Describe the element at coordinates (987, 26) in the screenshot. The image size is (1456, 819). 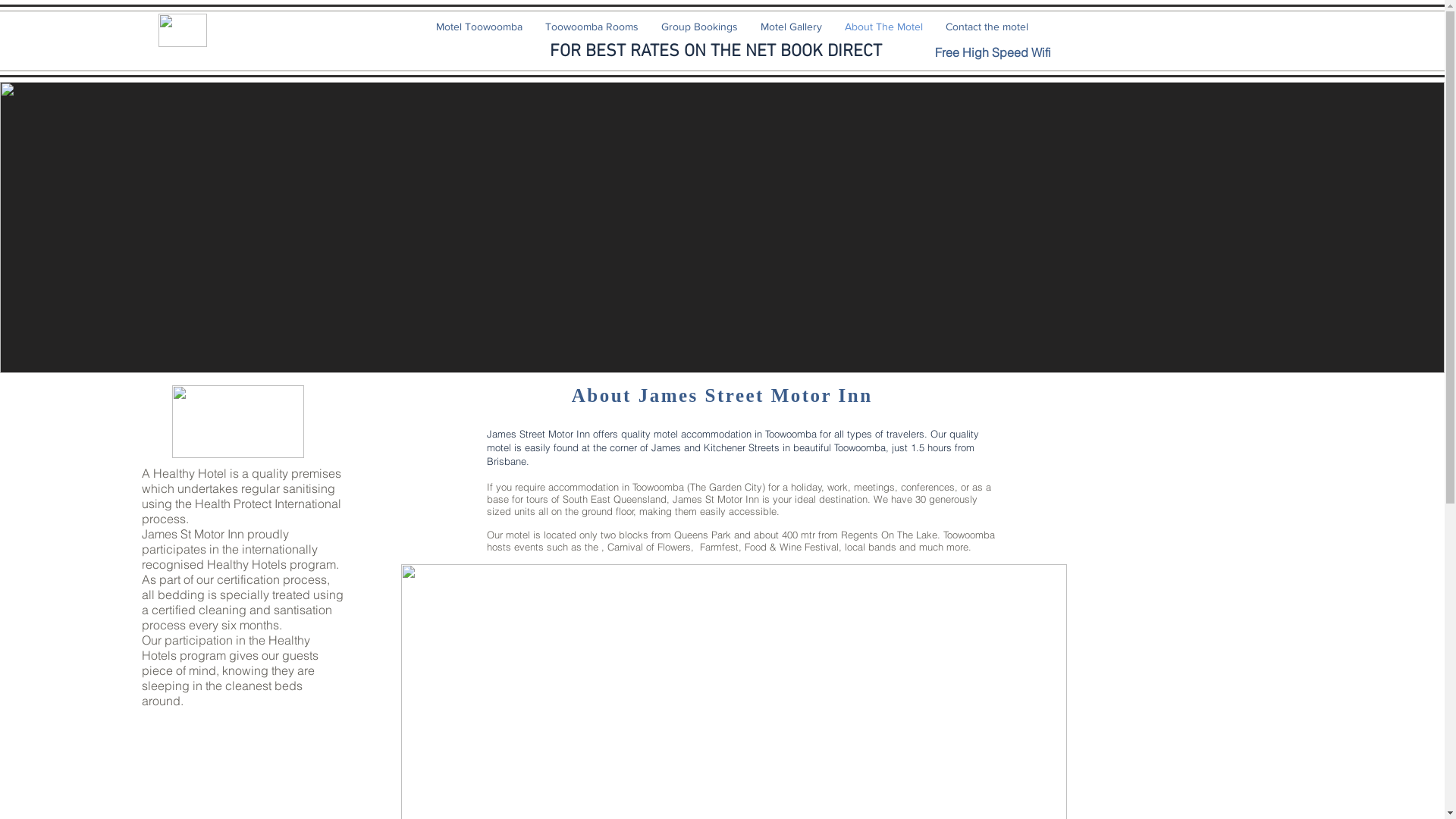
I see `'Contact the motel'` at that location.